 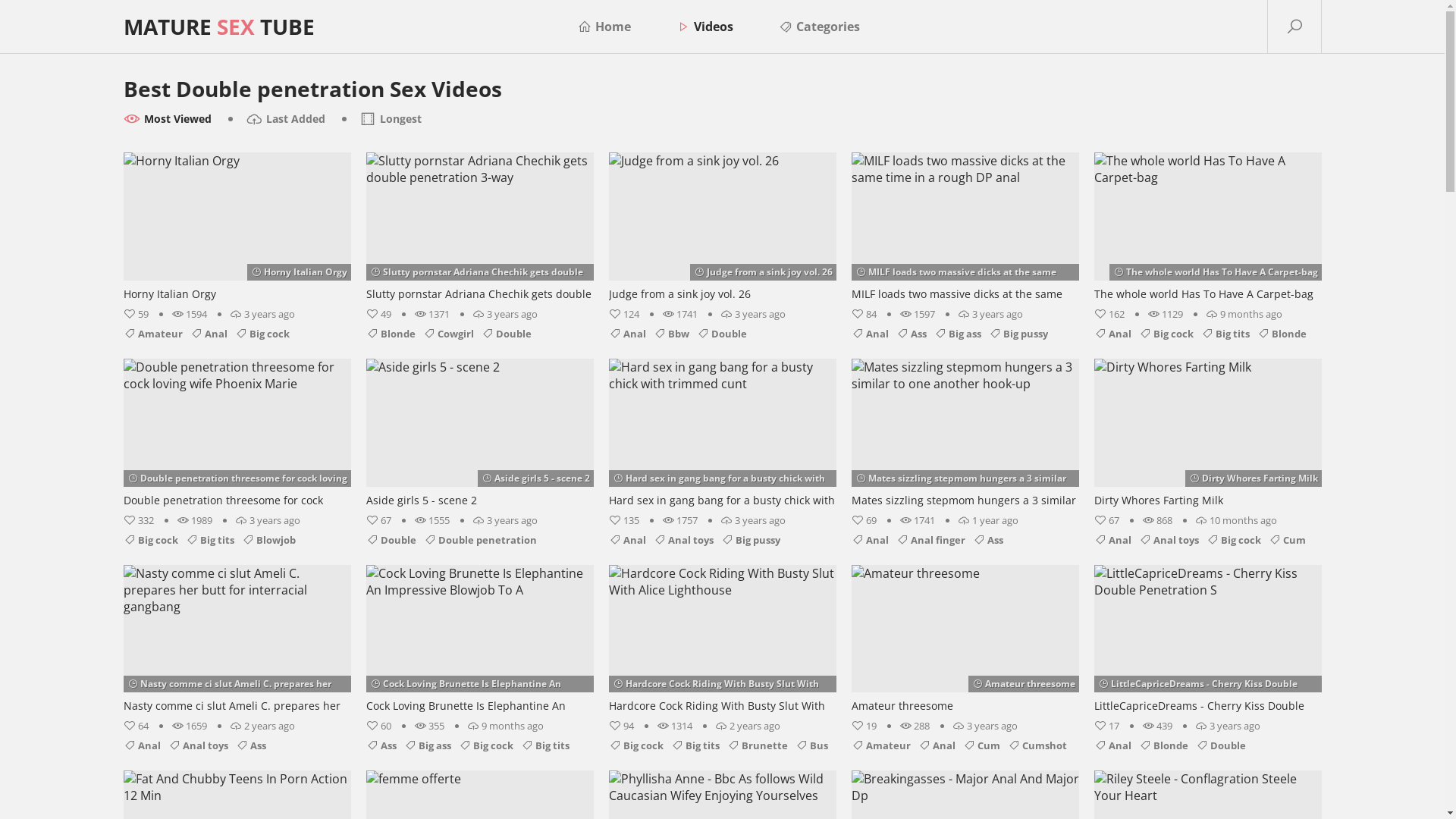 What do you see at coordinates (704, 26) in the screenshot?
I see `'Videos'` at bounding box center [704, 26].